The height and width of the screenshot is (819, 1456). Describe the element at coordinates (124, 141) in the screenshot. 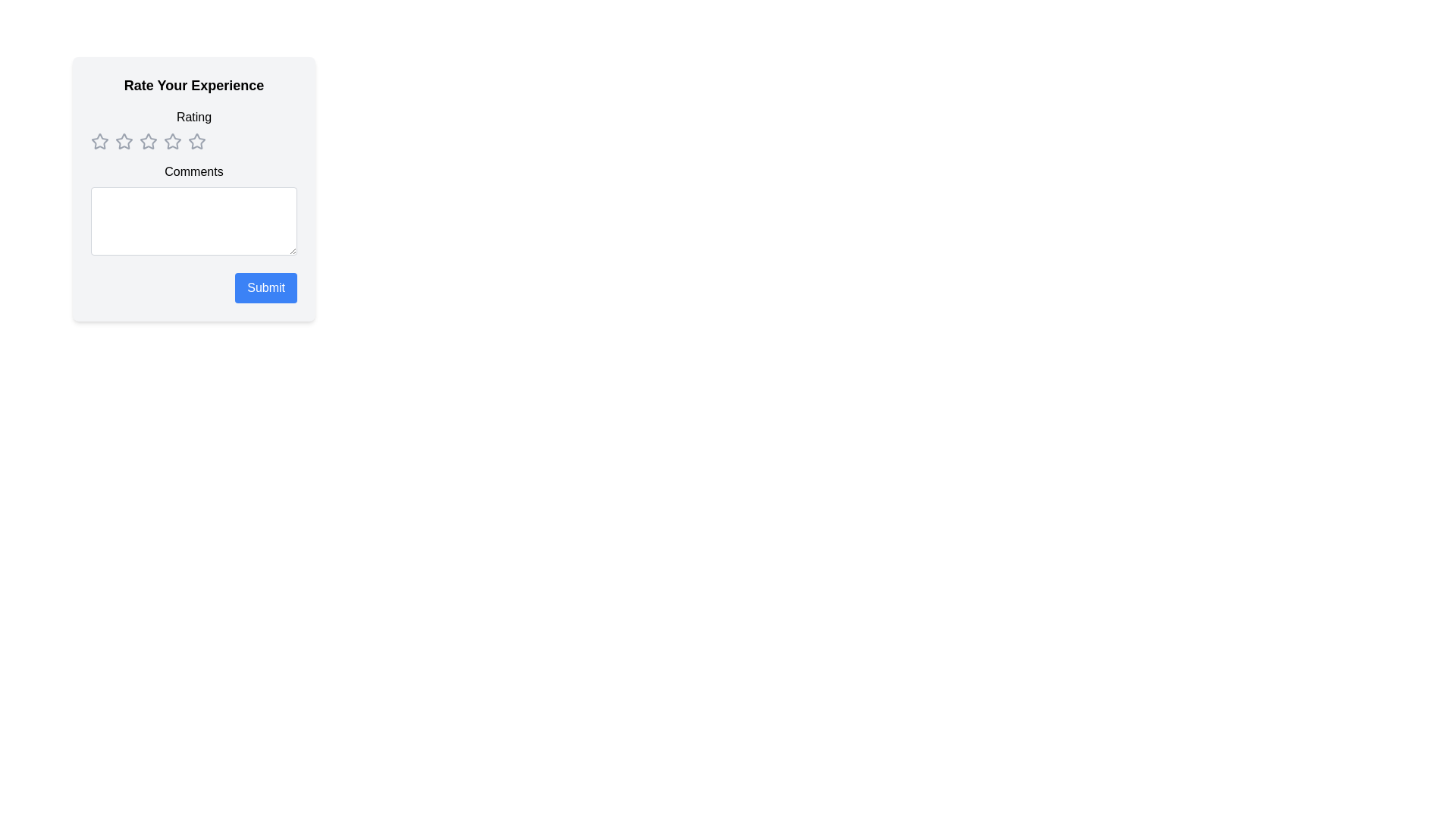

I see `the second star in the rating component` at that location.